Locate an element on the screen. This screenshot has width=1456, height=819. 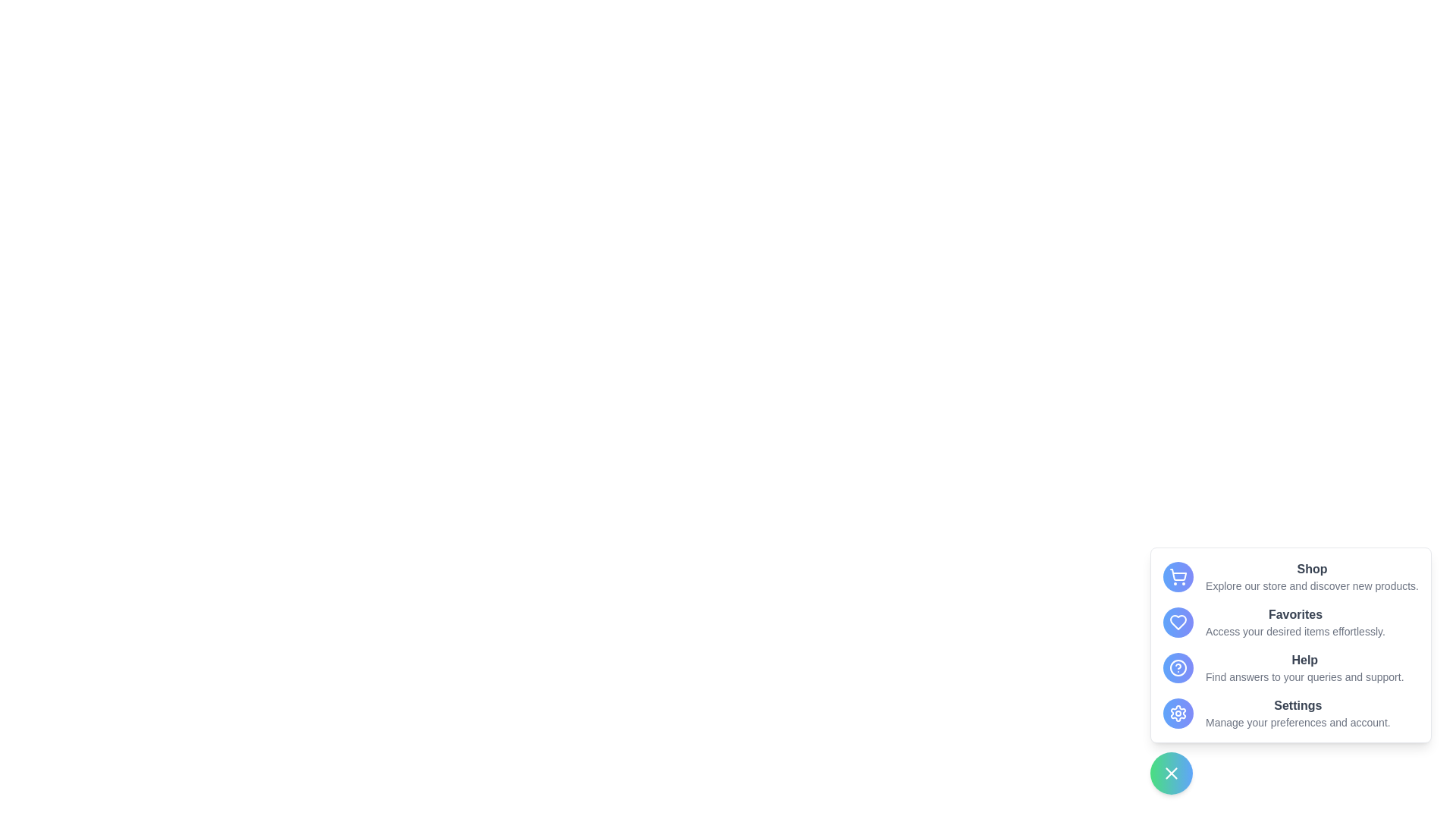
the menu option Settings is located at coordinates (1178, 714).